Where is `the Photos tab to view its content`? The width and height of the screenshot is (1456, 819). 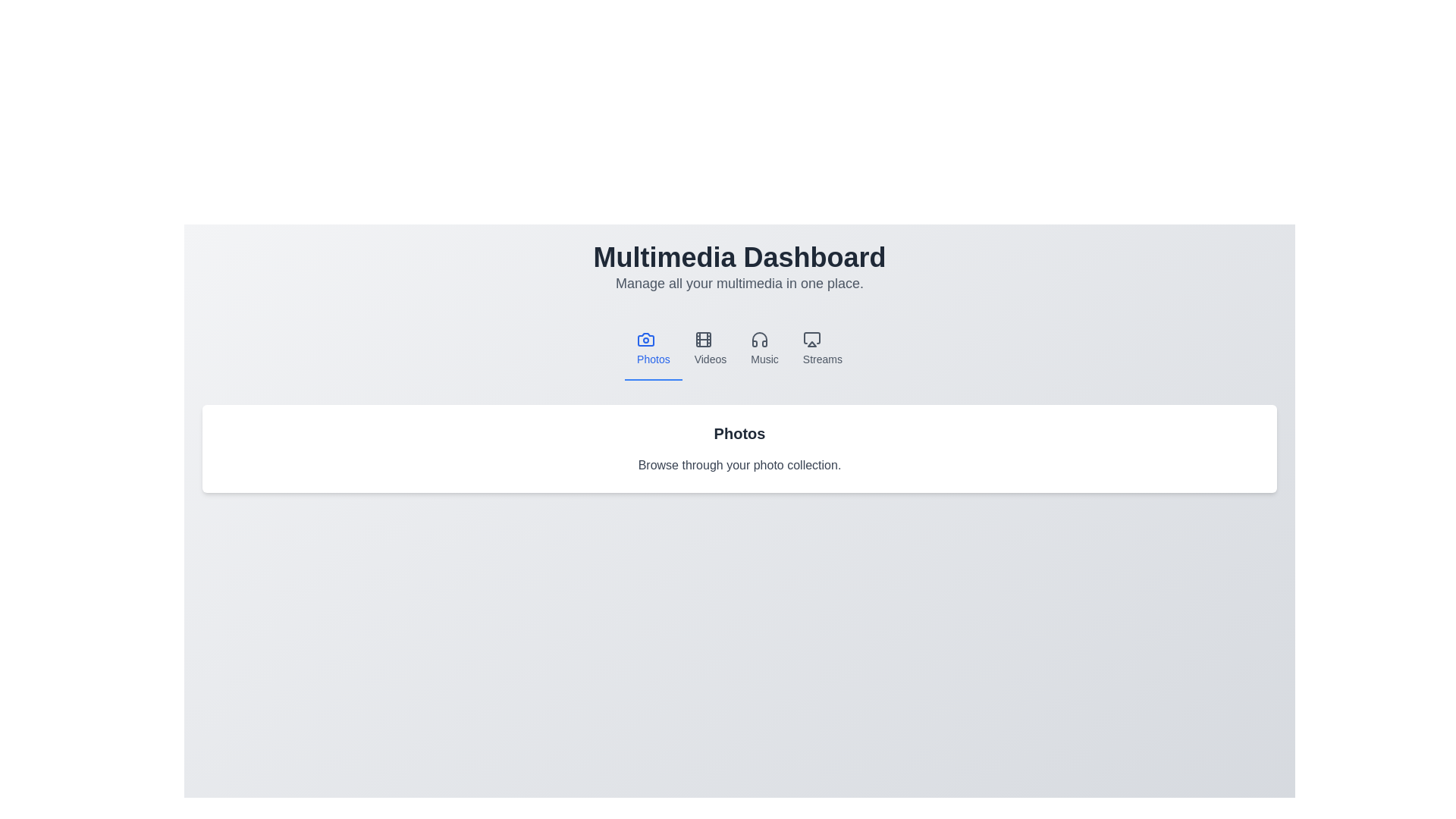
the Photos tab to view its content is located at coordinates (653, 350).